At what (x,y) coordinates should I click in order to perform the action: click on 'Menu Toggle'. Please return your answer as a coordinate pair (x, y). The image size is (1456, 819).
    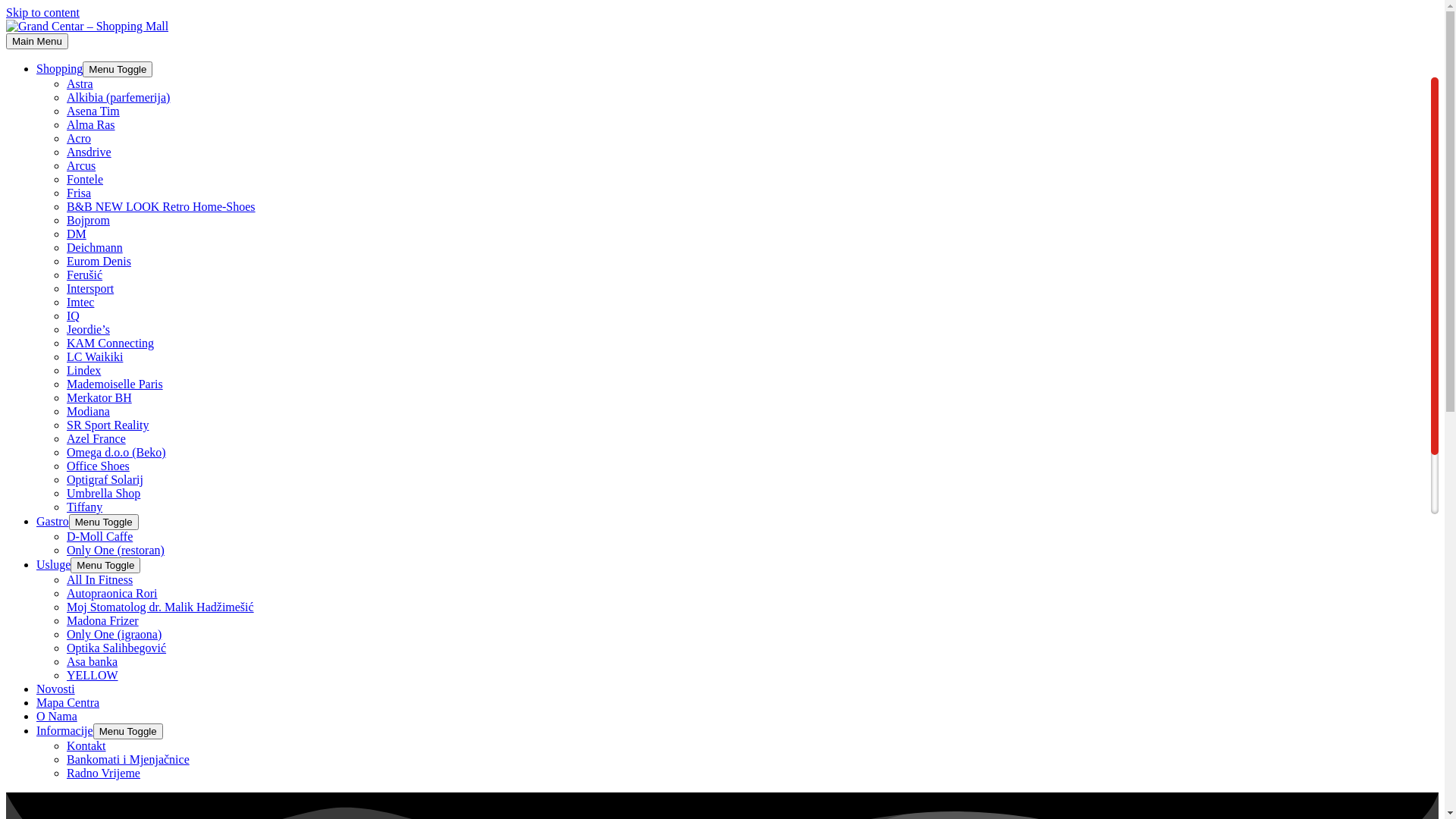
    Looking at the image, I should click on (69, 565).